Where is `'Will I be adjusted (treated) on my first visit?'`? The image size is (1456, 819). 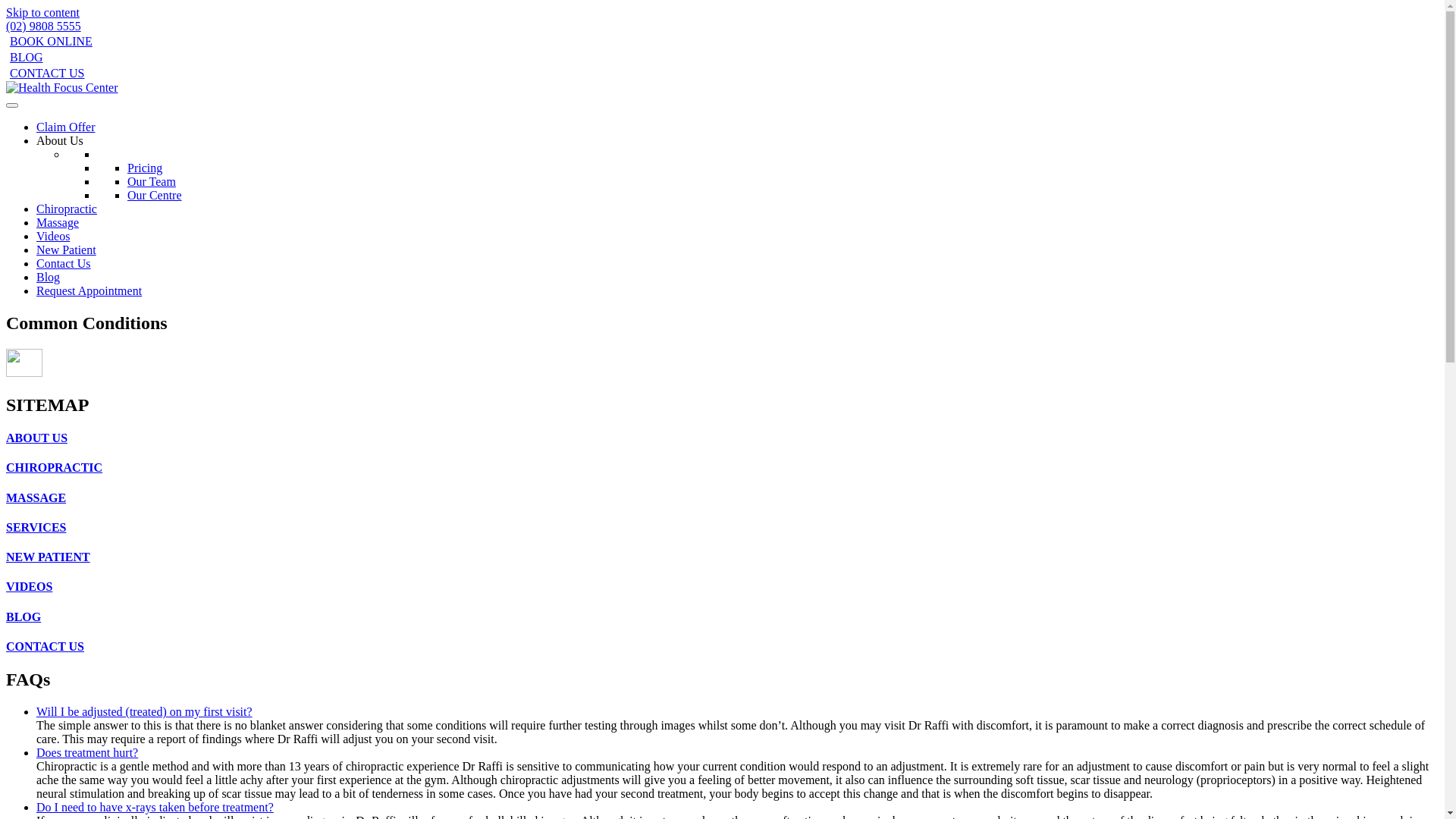
'Will I be adjusted (treated) on my first visit?' is located at coordinates (144, 711).